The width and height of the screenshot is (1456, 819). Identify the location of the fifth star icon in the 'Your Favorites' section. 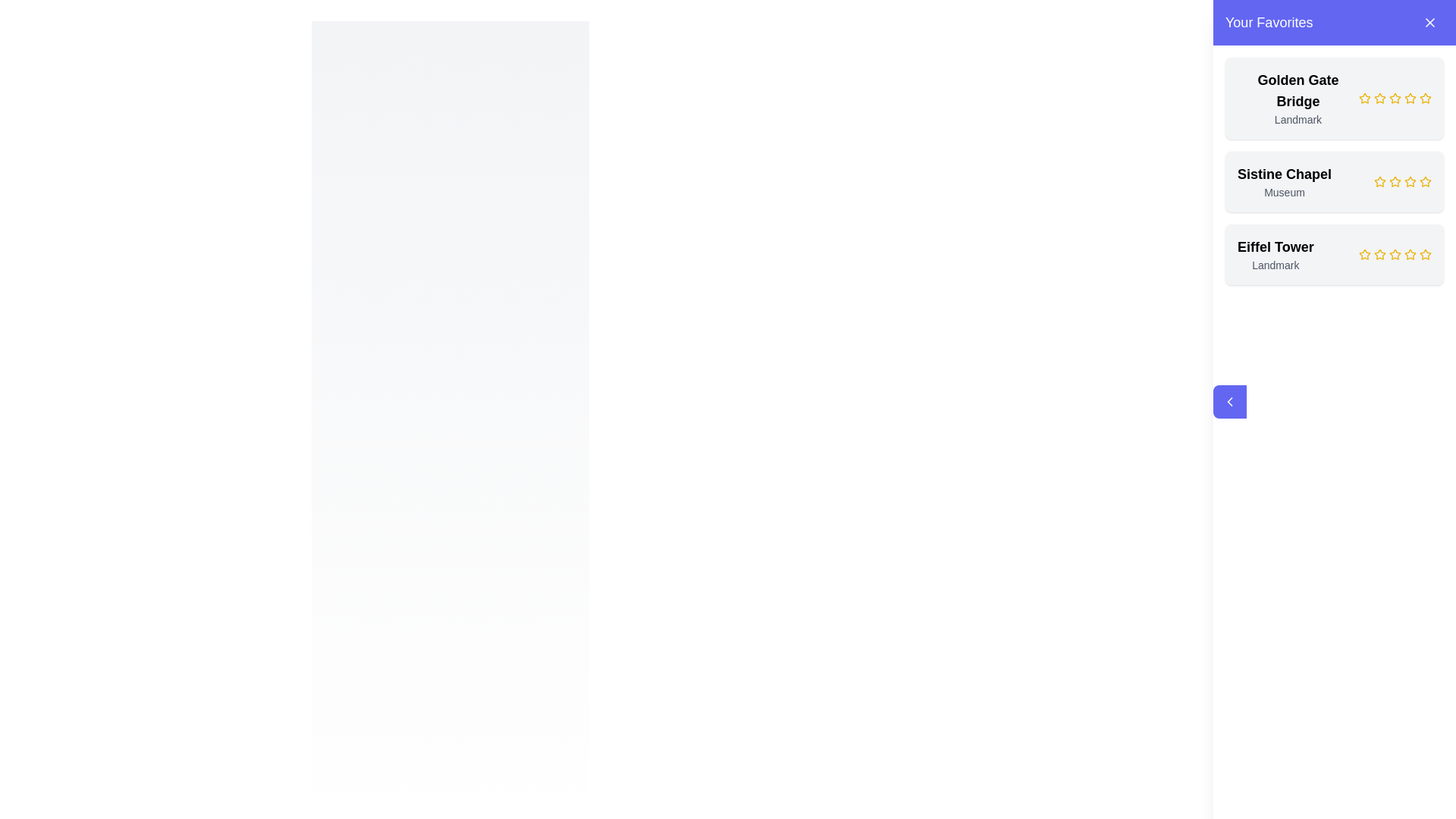
(1410, 253).